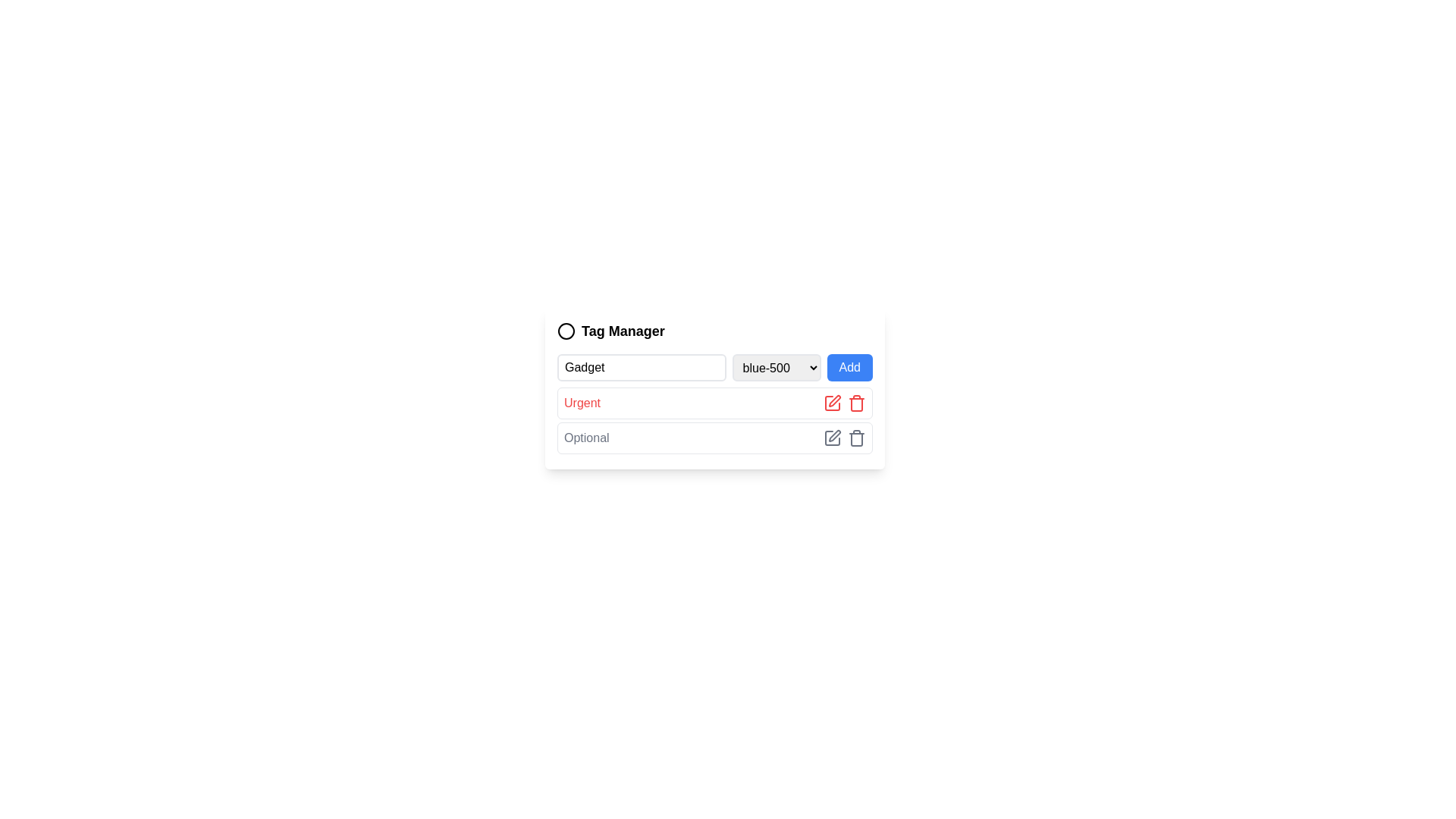 This screenshot has height=819, width=1456. Describe the element at coordinates (849, 368) in the screenshot. I see `the button` at that location.